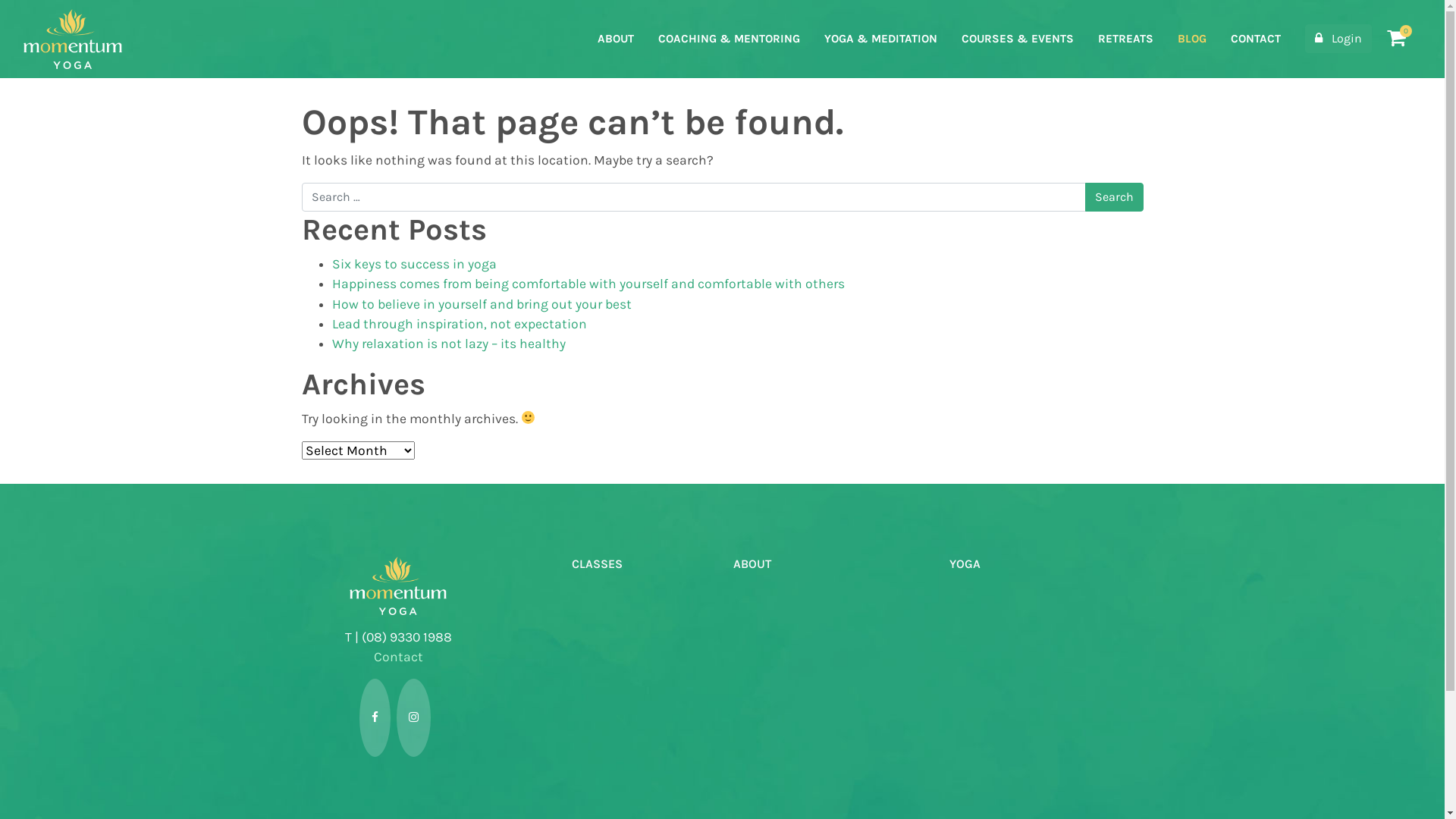  What do you see at coordinates (729, 38) in the screenshot?
I see `'COACHING & MENTORING'` at bounding box center [729, 38].